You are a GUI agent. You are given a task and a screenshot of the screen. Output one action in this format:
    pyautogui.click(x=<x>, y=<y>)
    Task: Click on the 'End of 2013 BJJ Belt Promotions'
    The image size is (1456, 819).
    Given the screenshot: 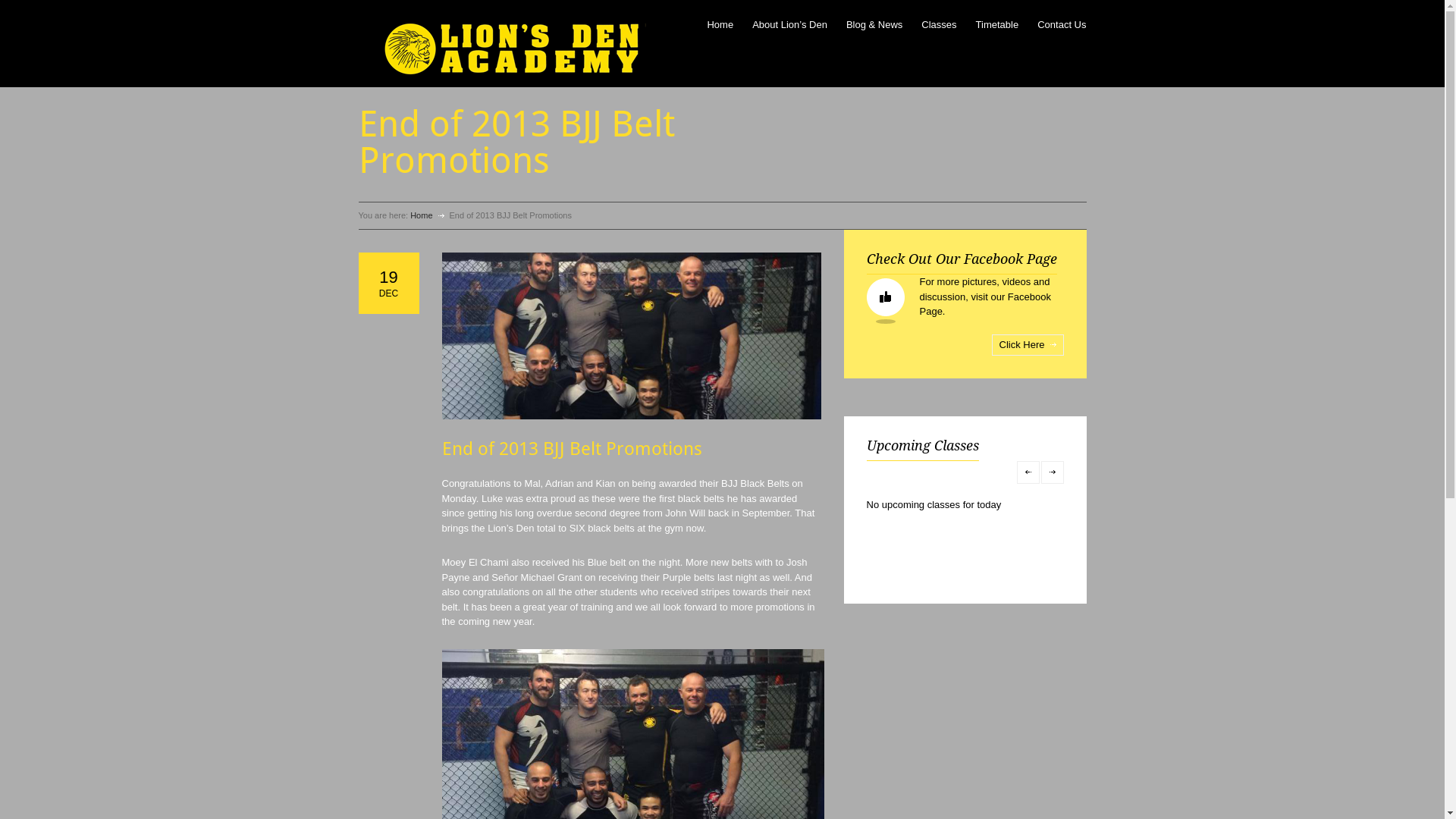 What is the action you would take?
    pyautogui.click(x=630, y=335)
    